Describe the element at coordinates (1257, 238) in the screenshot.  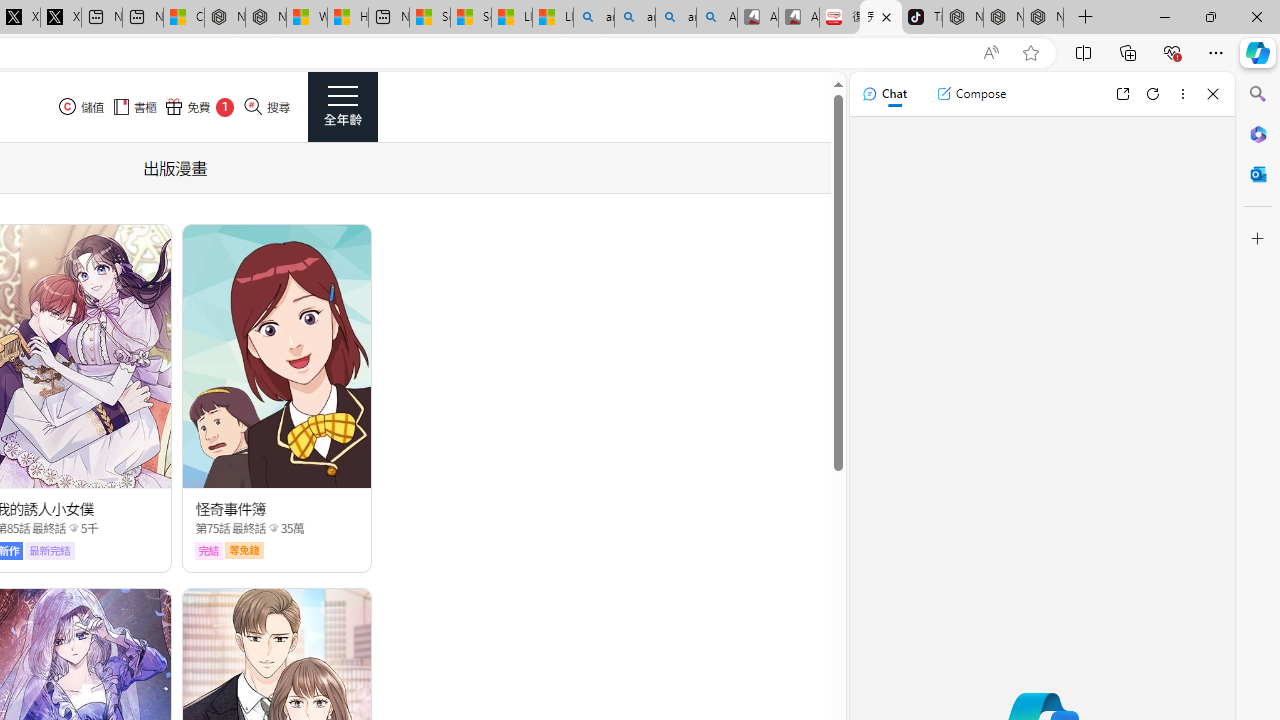
I see `'Customize'` at that location.